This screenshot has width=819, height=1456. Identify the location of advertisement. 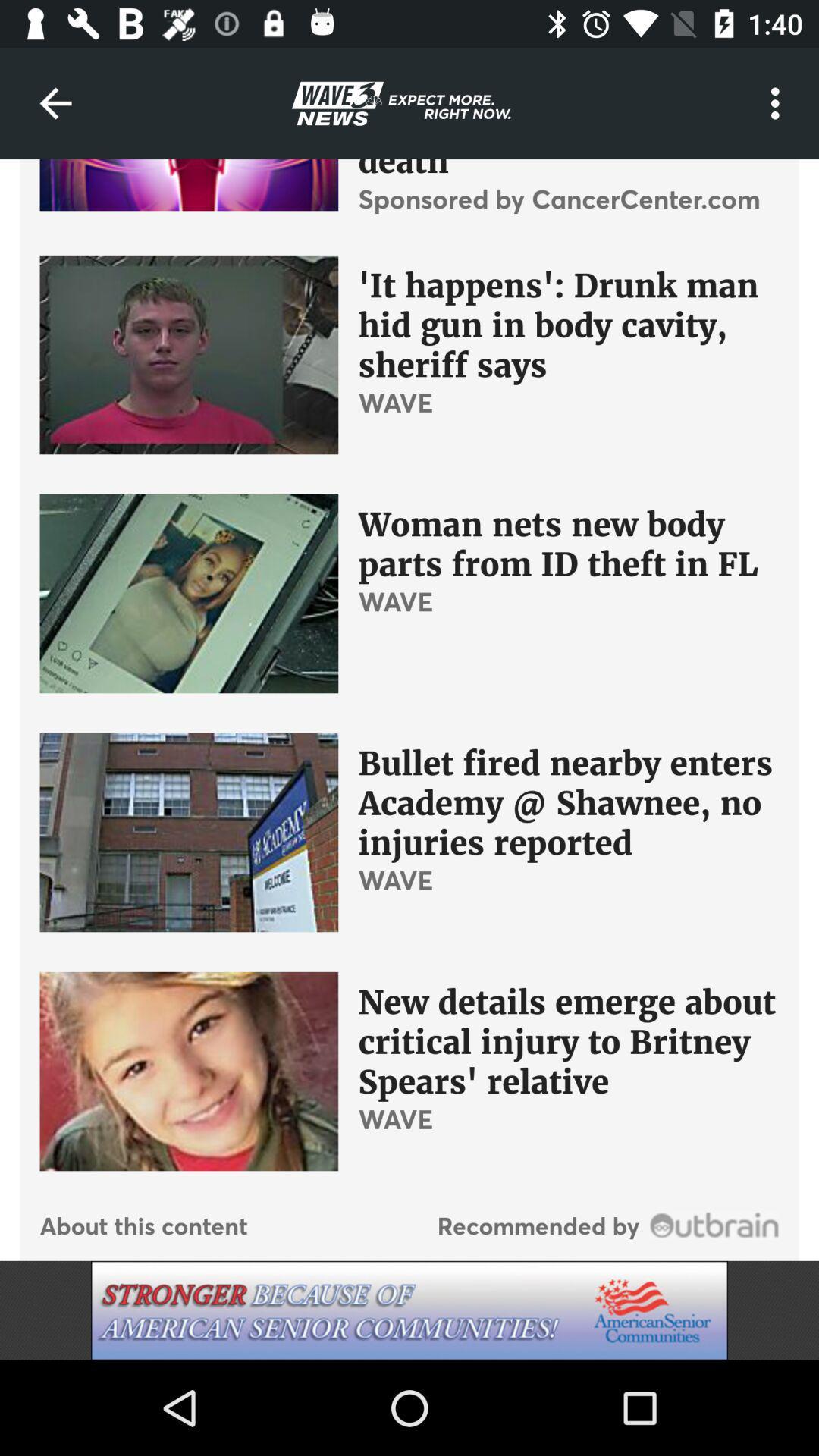
(409, 1310).